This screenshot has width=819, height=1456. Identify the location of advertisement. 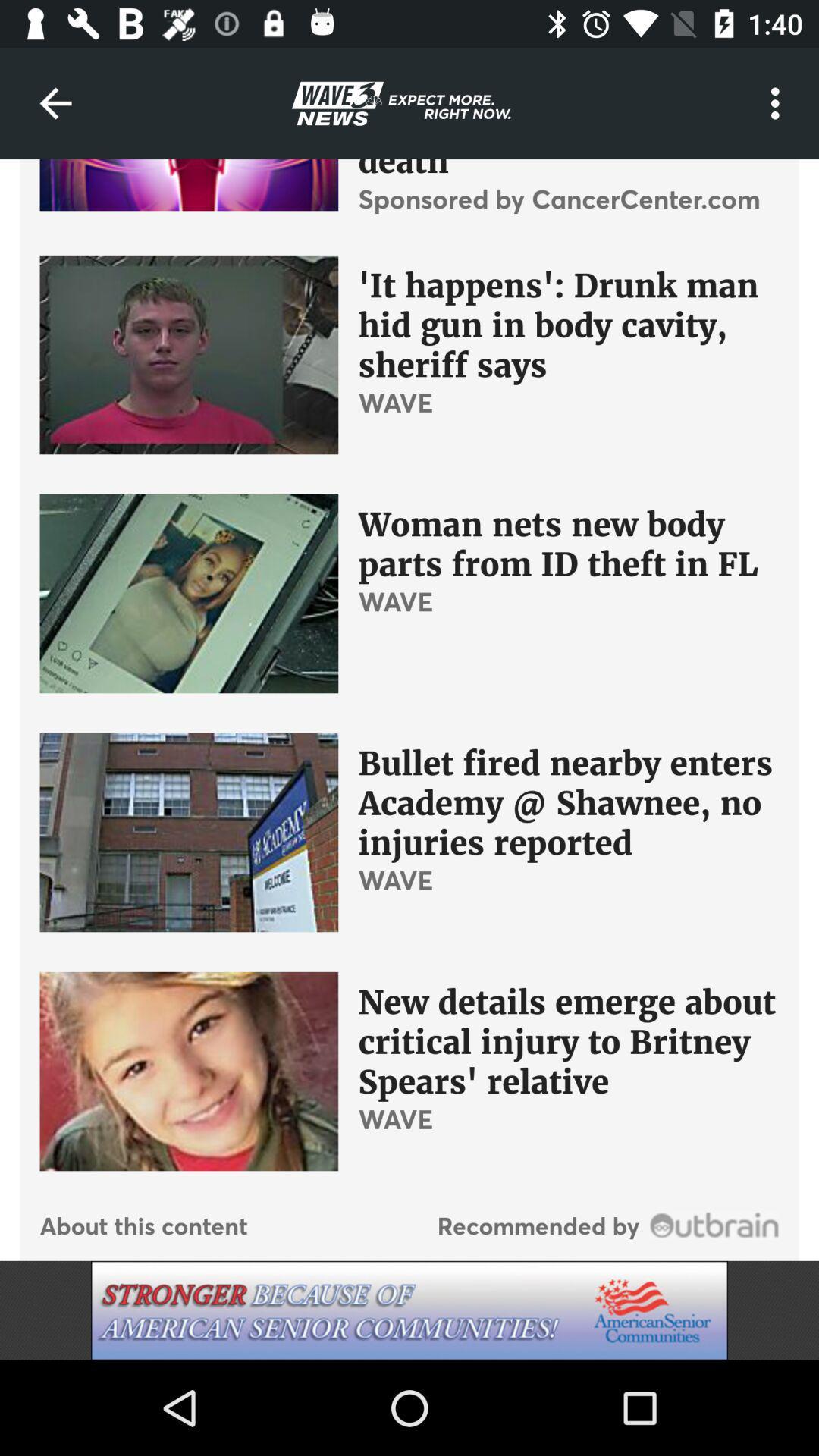
(409, 1310).